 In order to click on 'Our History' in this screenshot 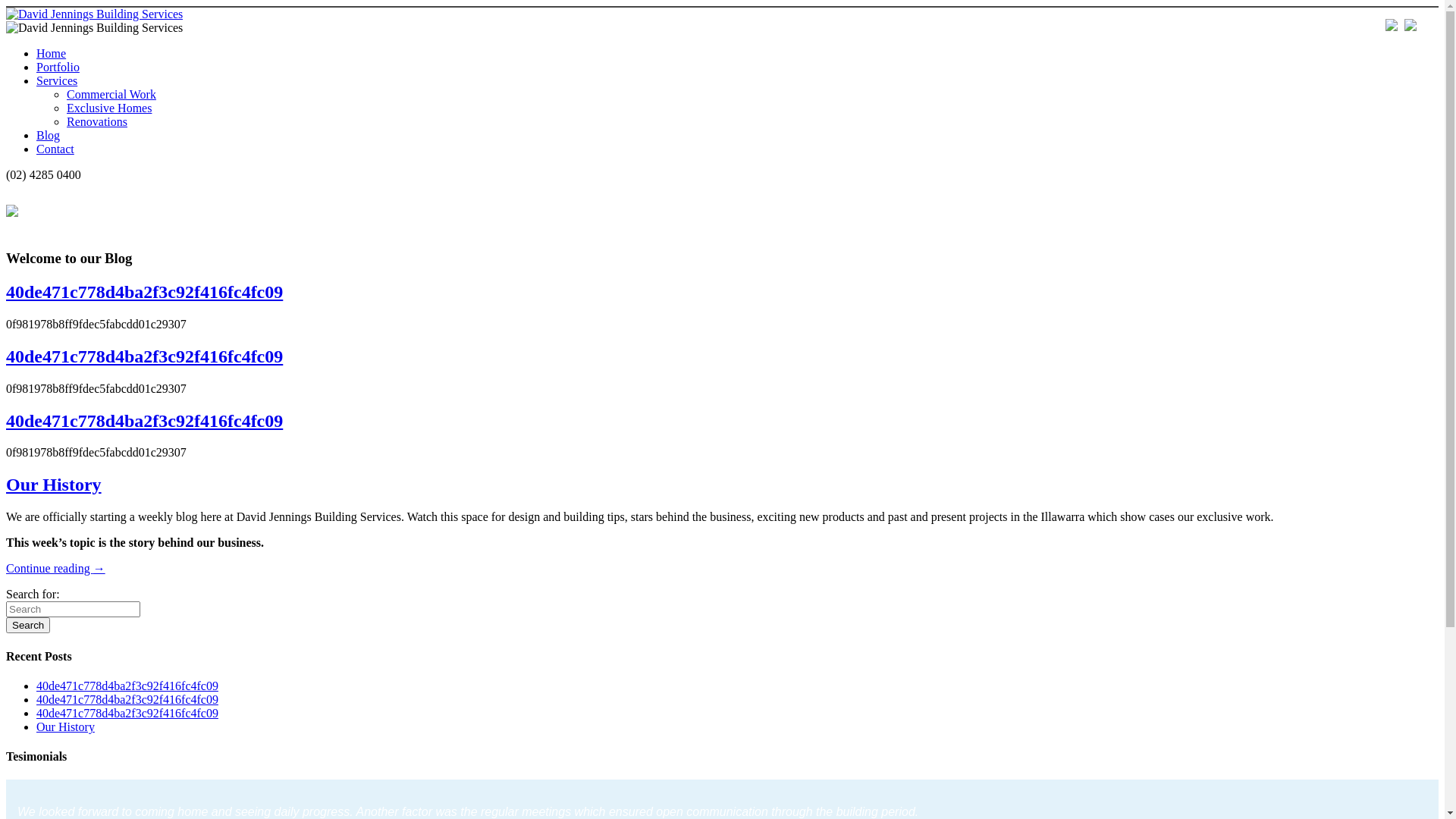, I will do `click(64, 726)`.